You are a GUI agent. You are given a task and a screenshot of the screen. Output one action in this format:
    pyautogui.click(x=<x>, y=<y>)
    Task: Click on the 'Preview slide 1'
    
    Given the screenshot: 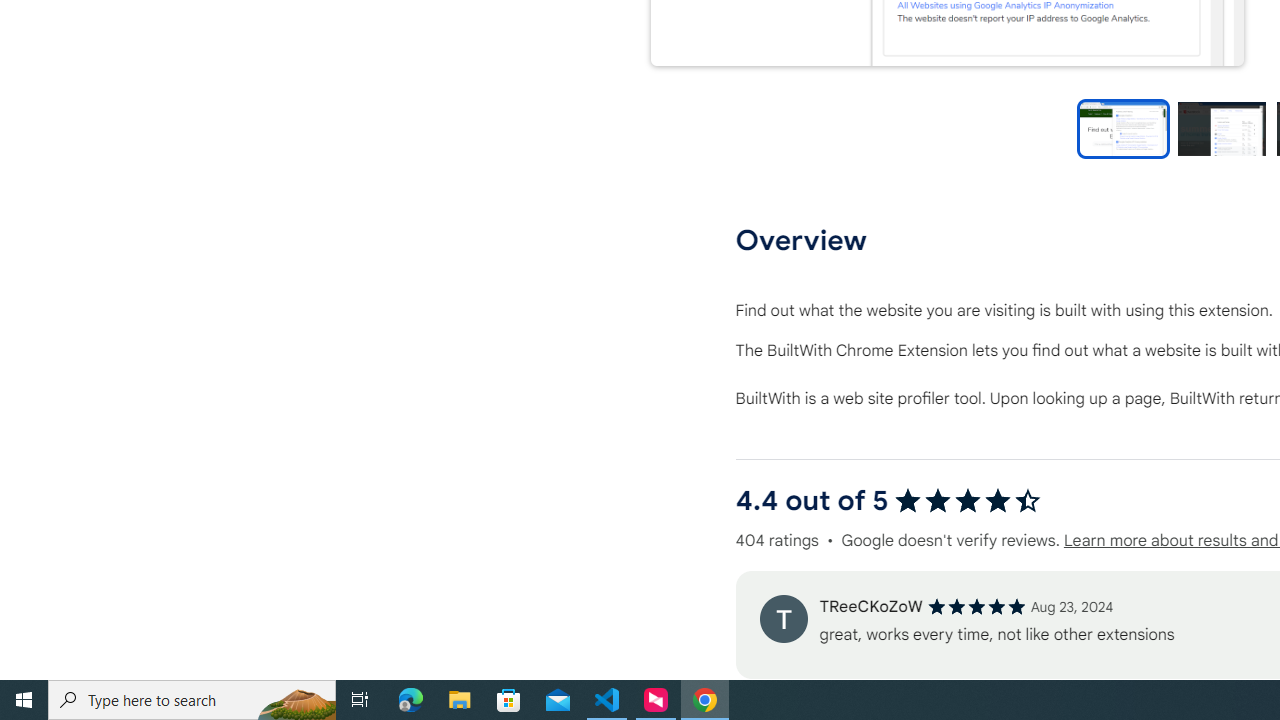 What is the action you would take?
    pyautogui.click(x=1123, y=128)
    